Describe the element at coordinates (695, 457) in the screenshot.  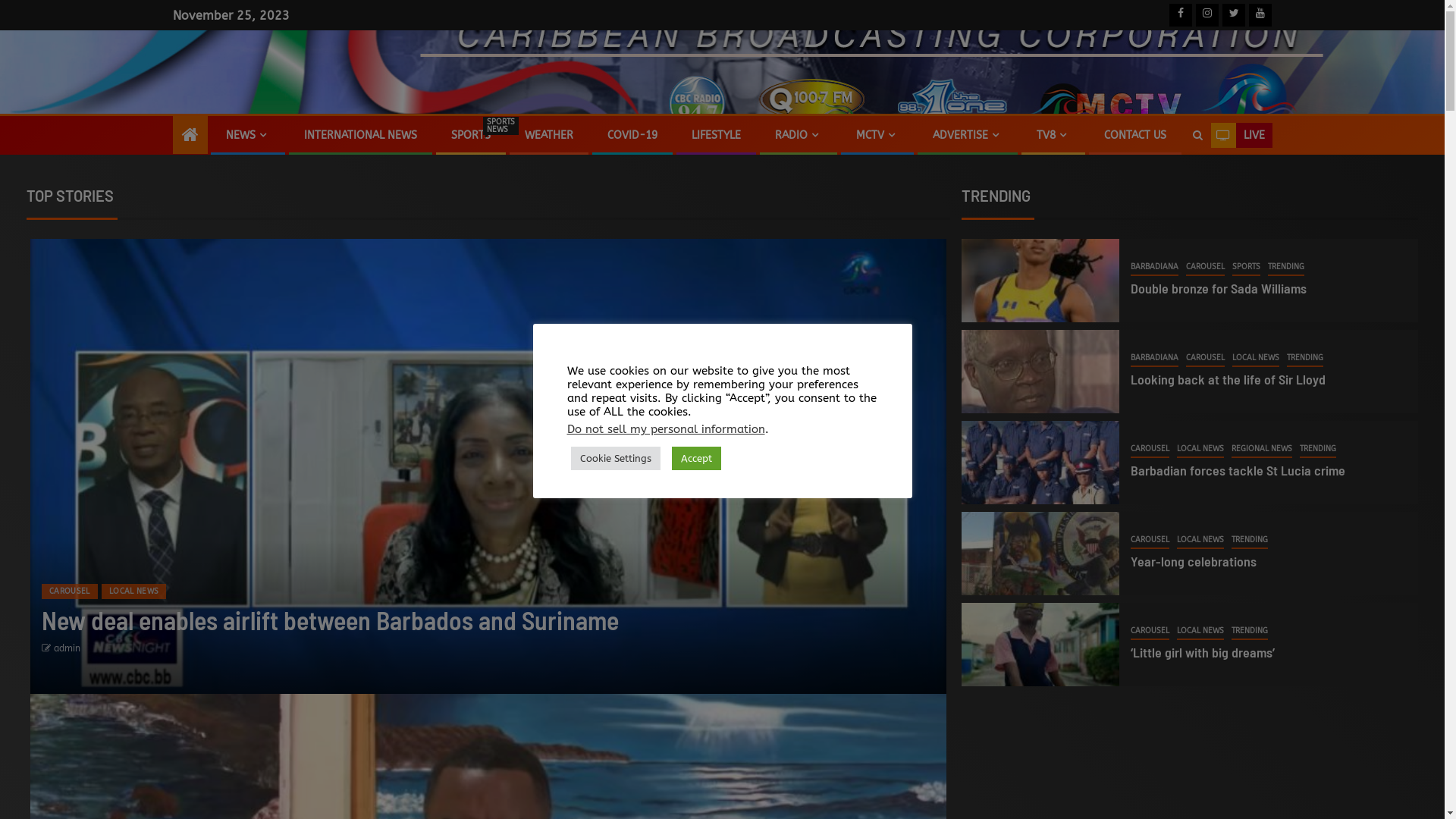
I see `'Accept'` at that location.